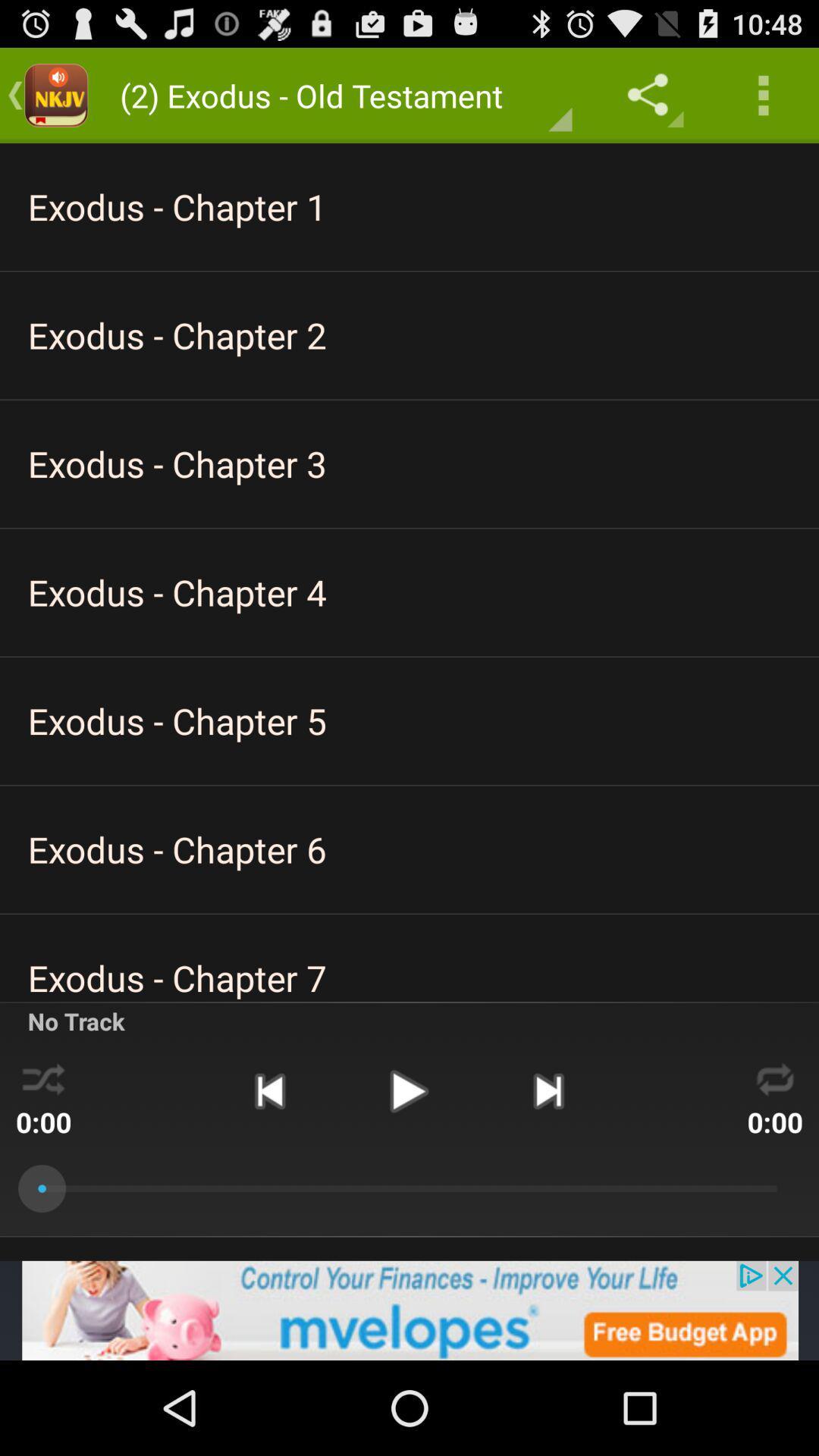 The height and width of the screenshot is (1456, 819). What do you see at coordinates (775, 1076) in the screenshot?
I see `the bottom right button of page` at bounding box center [775, 1076].